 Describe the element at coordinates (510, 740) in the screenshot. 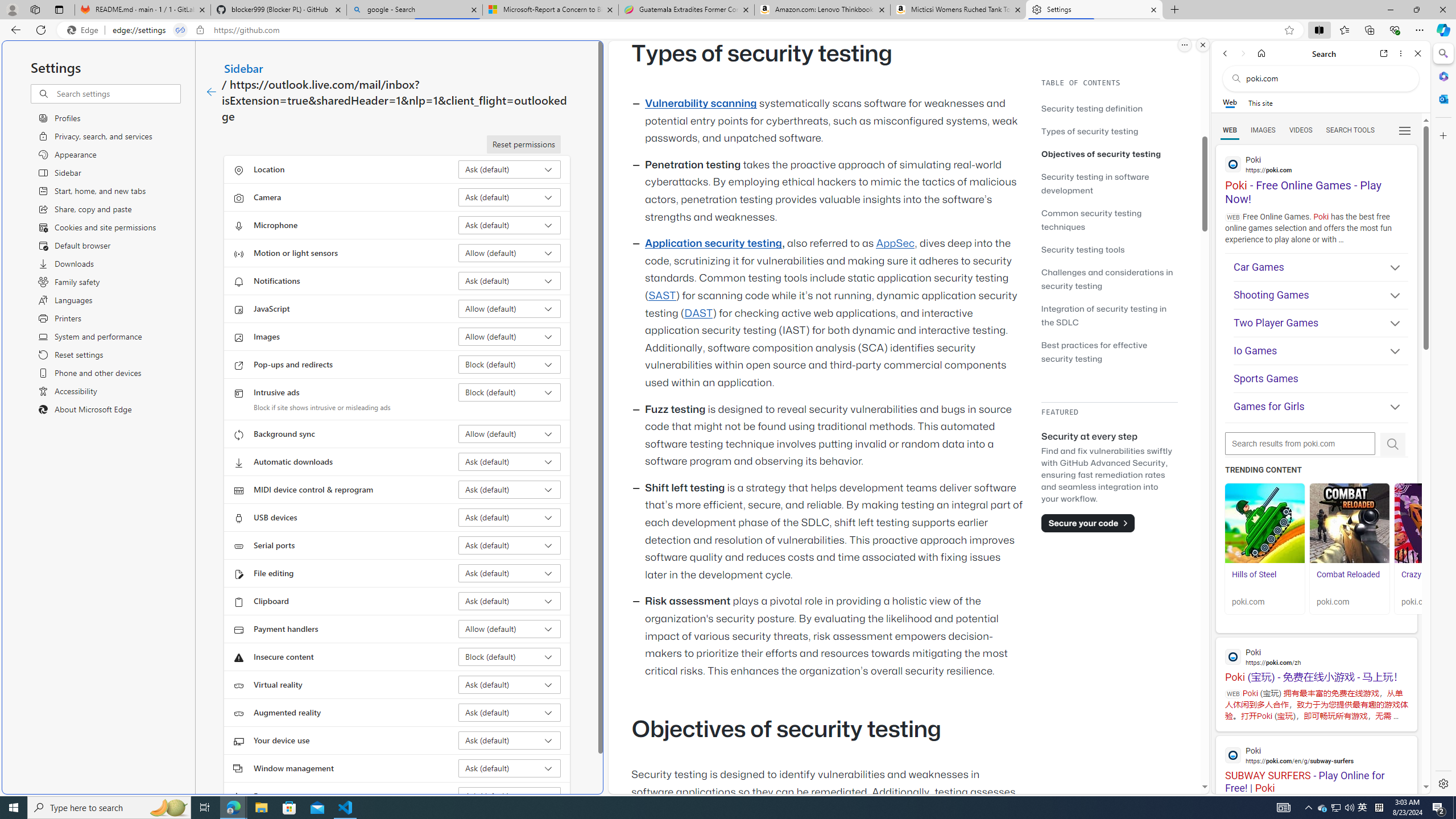

I see `'Your device use Ask (default)'` at that location.